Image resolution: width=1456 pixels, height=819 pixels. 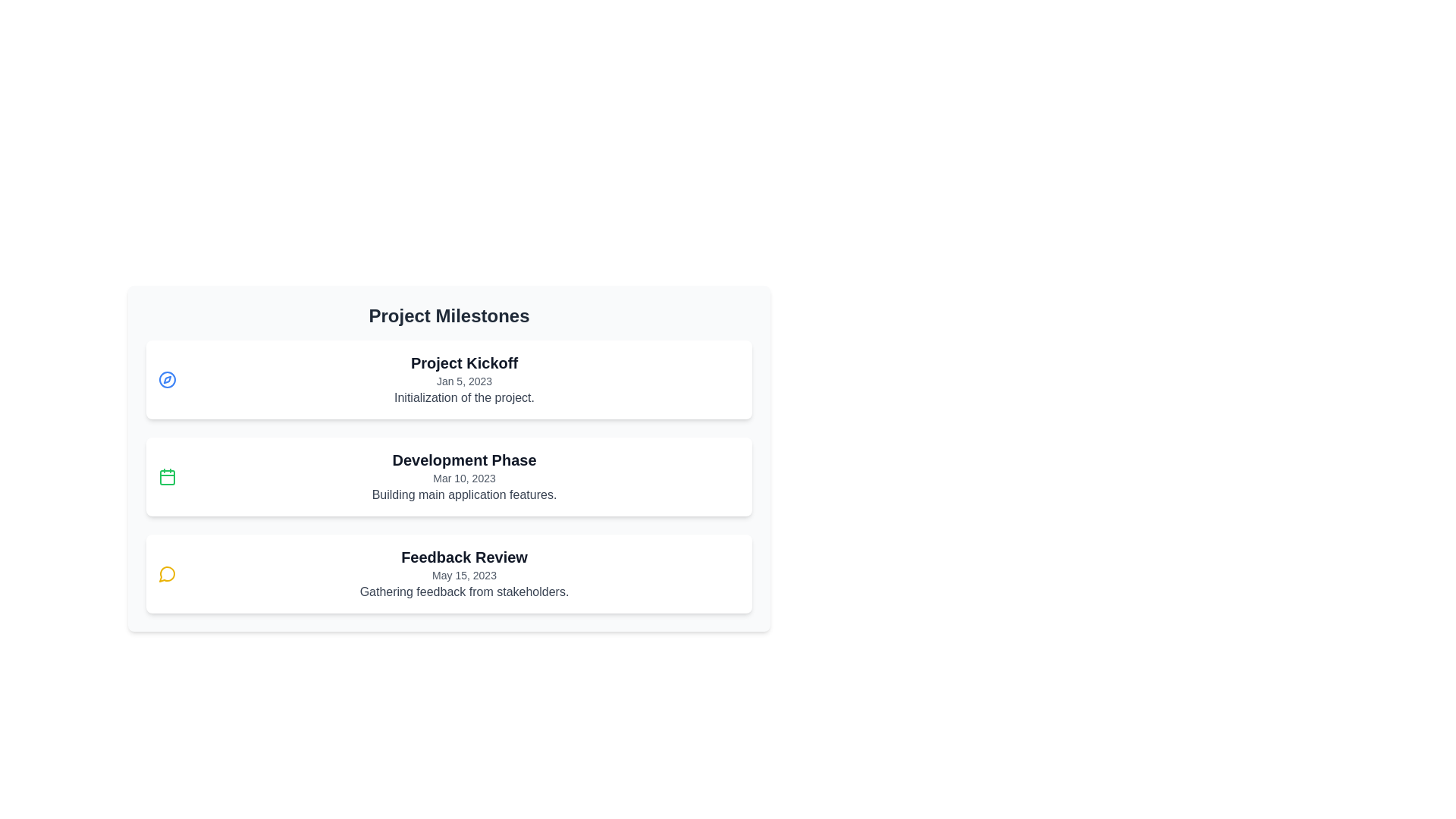 I want to click on the static text element that serves as the title for the first milestone in the project milestones list, so click(x=463, y=362).